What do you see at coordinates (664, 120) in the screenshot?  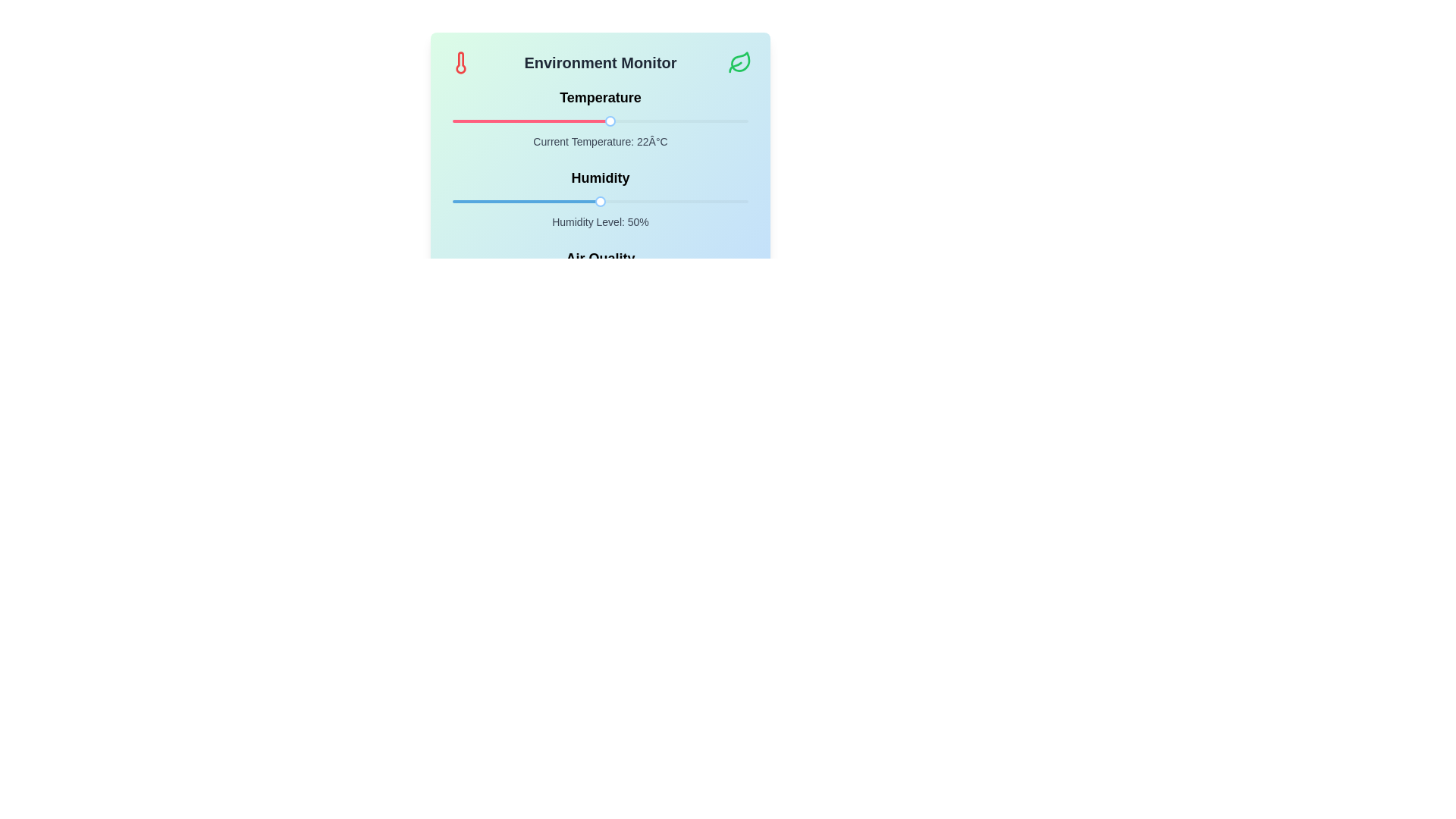 I see `the temperature slider` at bounding box center [664, 120].